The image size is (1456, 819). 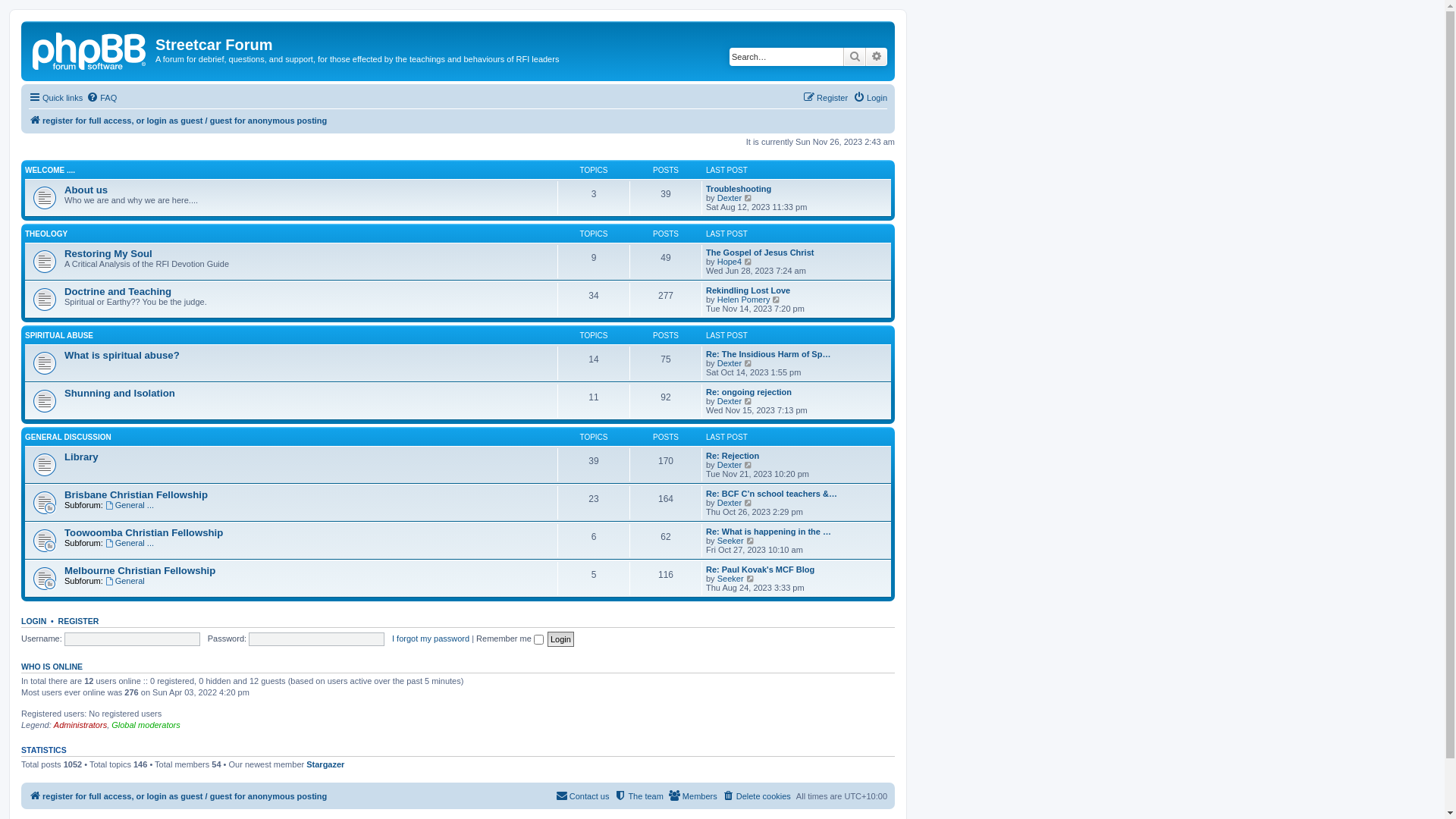 I want to click on 'THEOLOGY', so click(x=46, y=234).